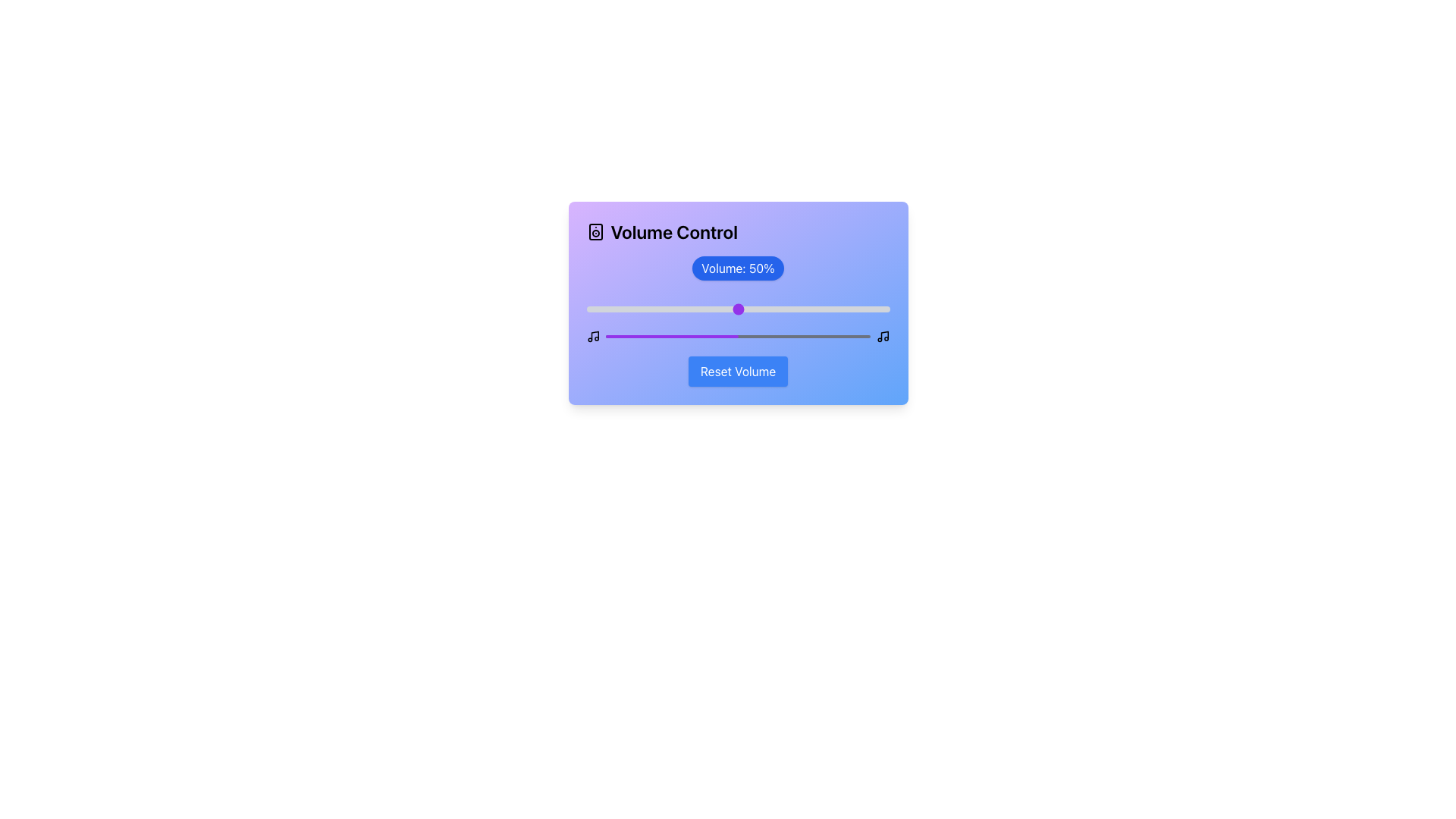  What do you see at coordinates (862, 309) in the screenshot?
I see `volume` at bounding box center [862, 309].